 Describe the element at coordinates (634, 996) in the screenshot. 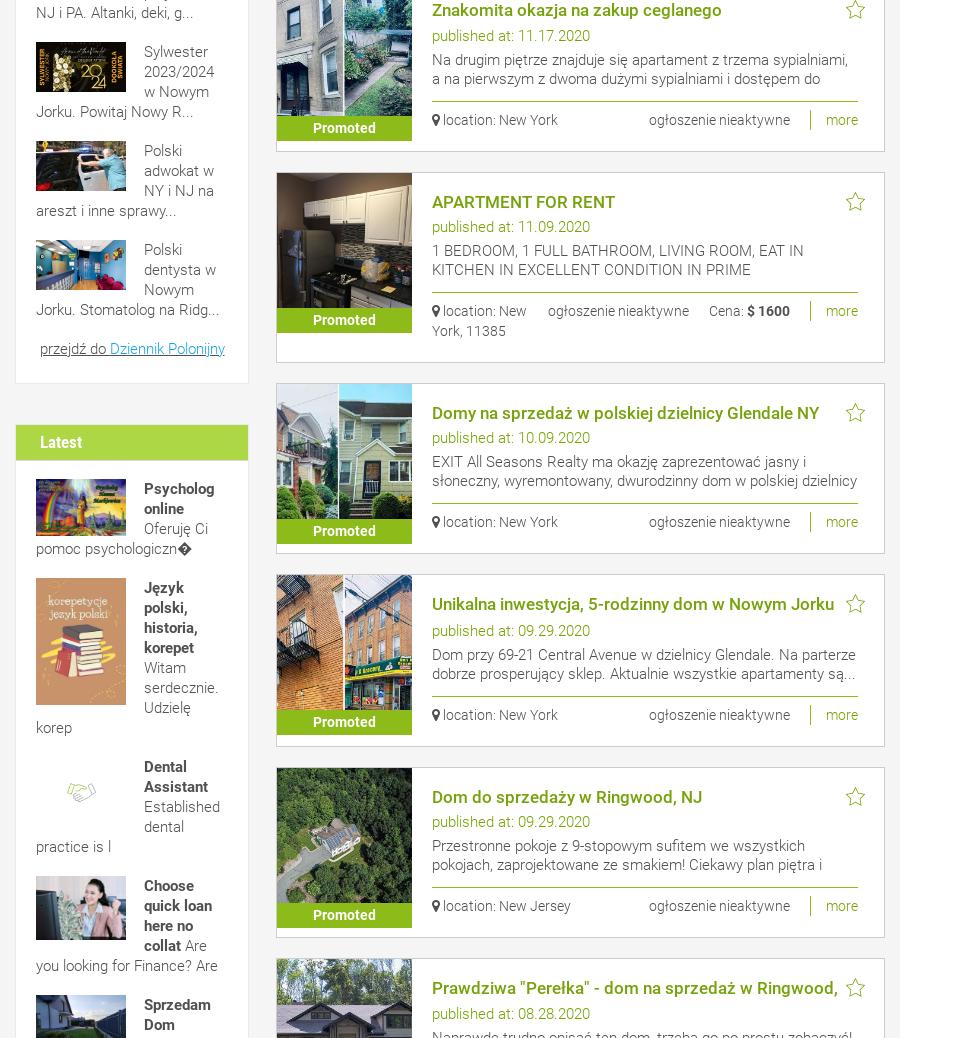

I see `'Prawdziwa "Perełka" - dom na sprzedaż w Ringwood, NJ'` at that location.